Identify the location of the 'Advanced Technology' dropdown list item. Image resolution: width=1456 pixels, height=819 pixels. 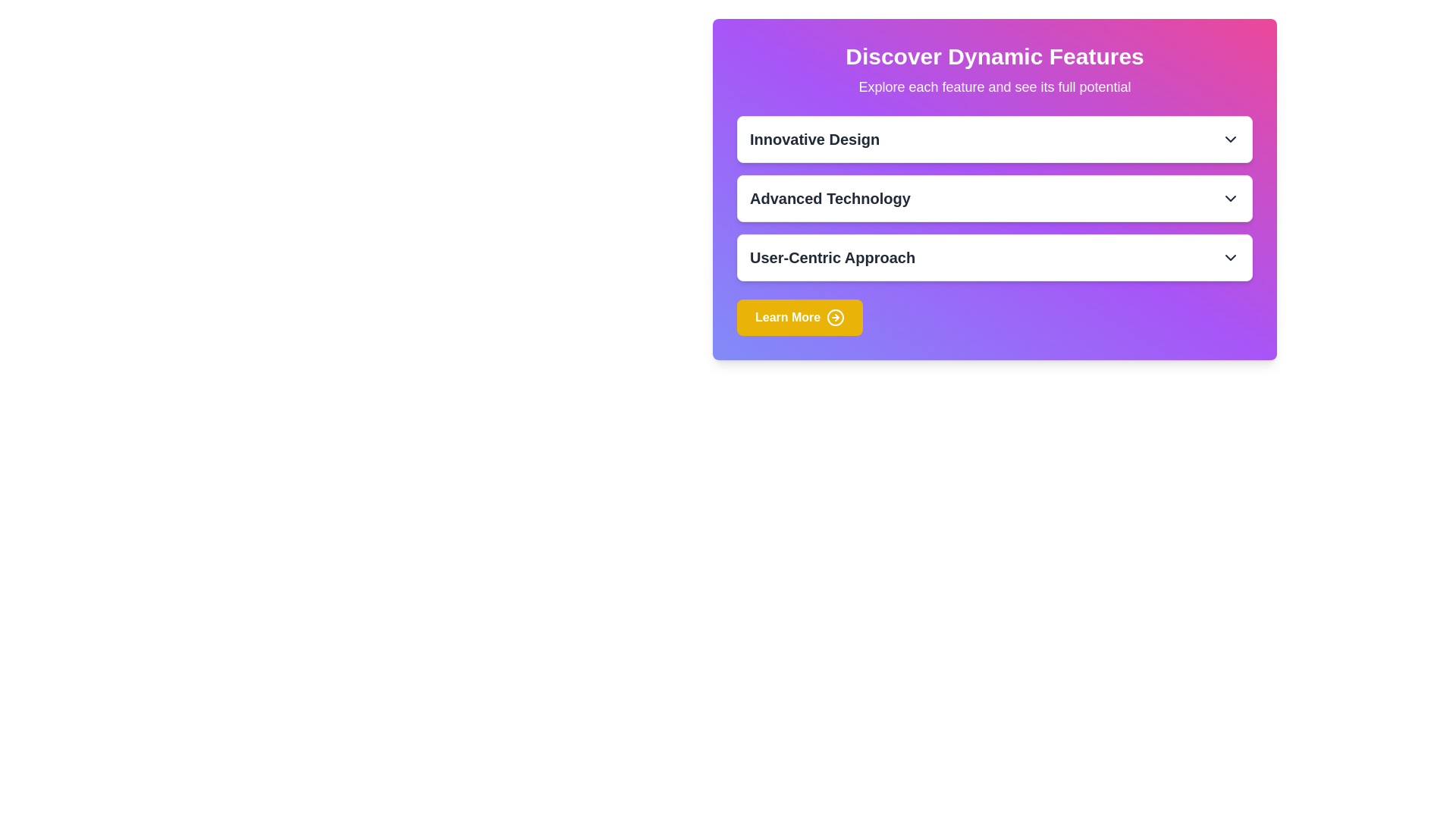
(994, 198).